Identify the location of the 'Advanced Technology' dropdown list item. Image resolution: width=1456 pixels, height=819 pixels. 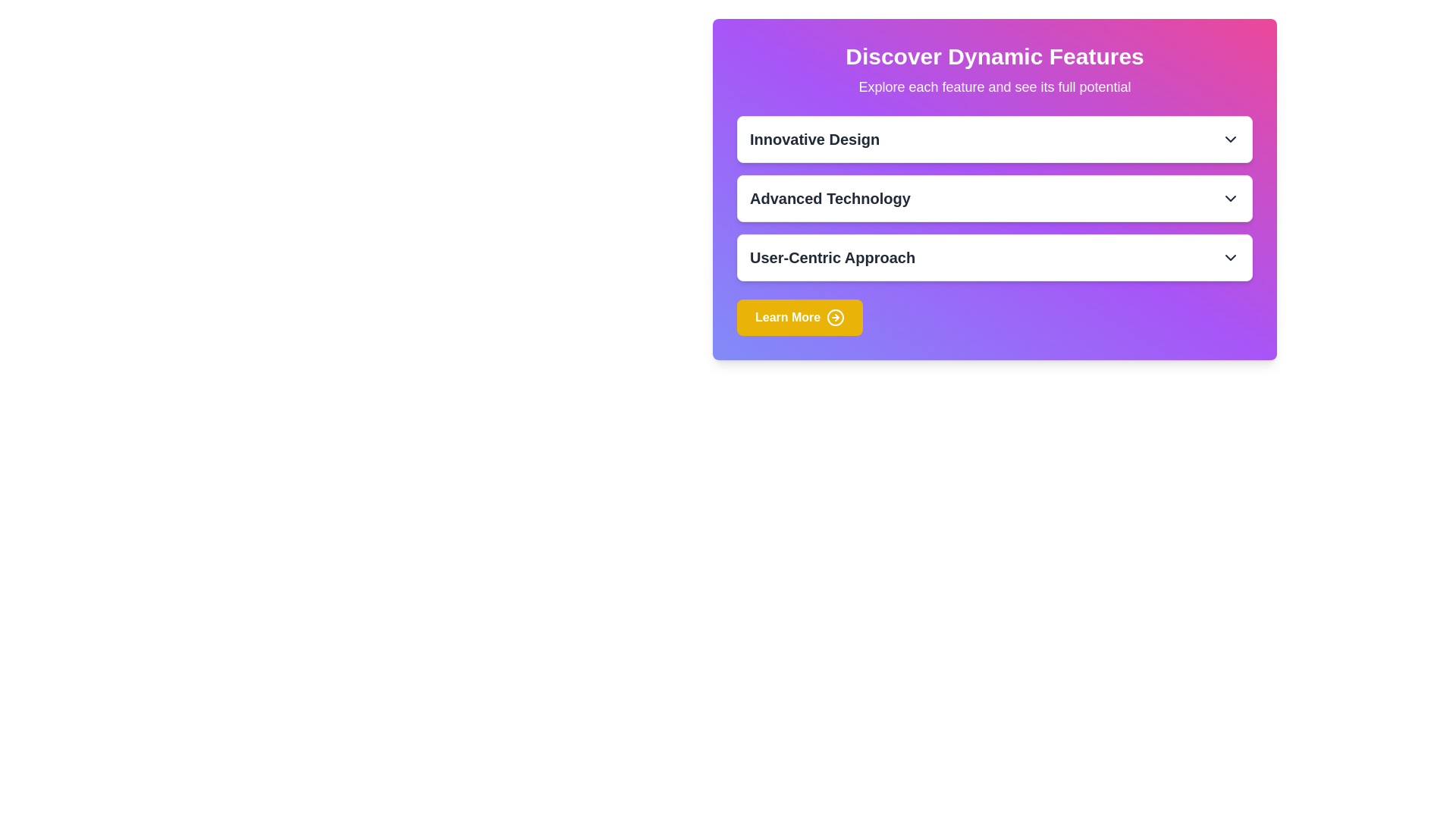
(994, 198).